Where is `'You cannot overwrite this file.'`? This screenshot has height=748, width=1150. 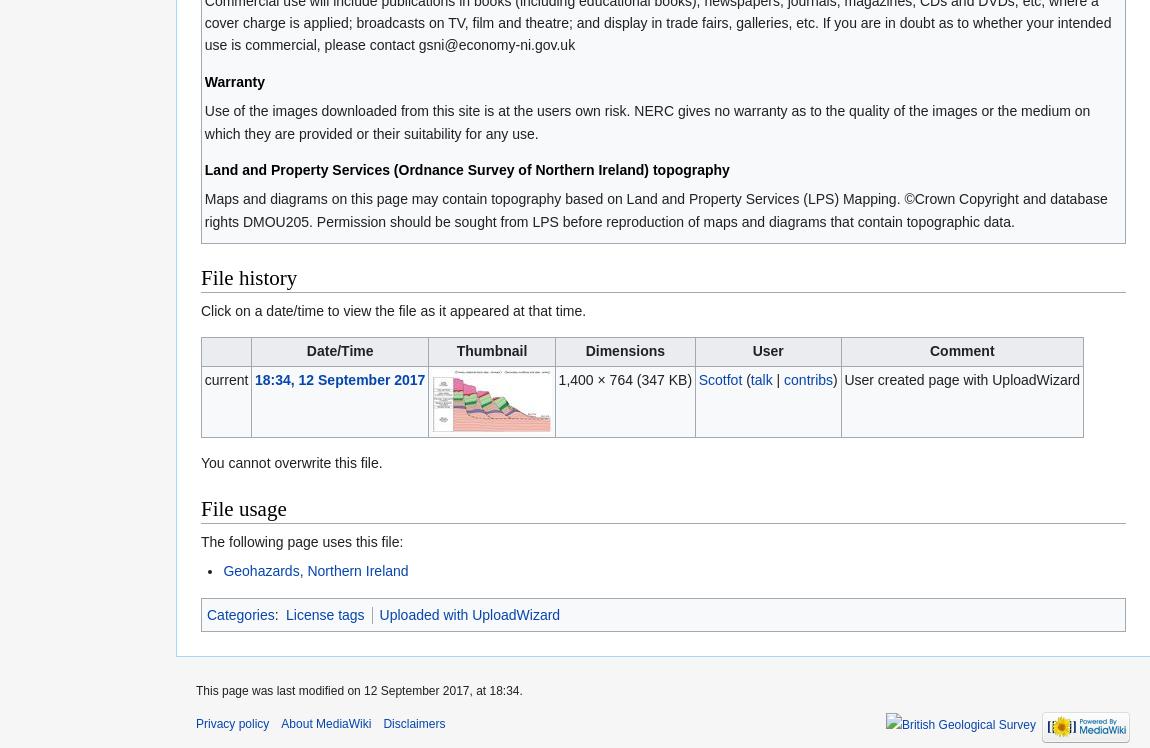 'You cannot overwrite this file.' is located at coordinates (291, 462).